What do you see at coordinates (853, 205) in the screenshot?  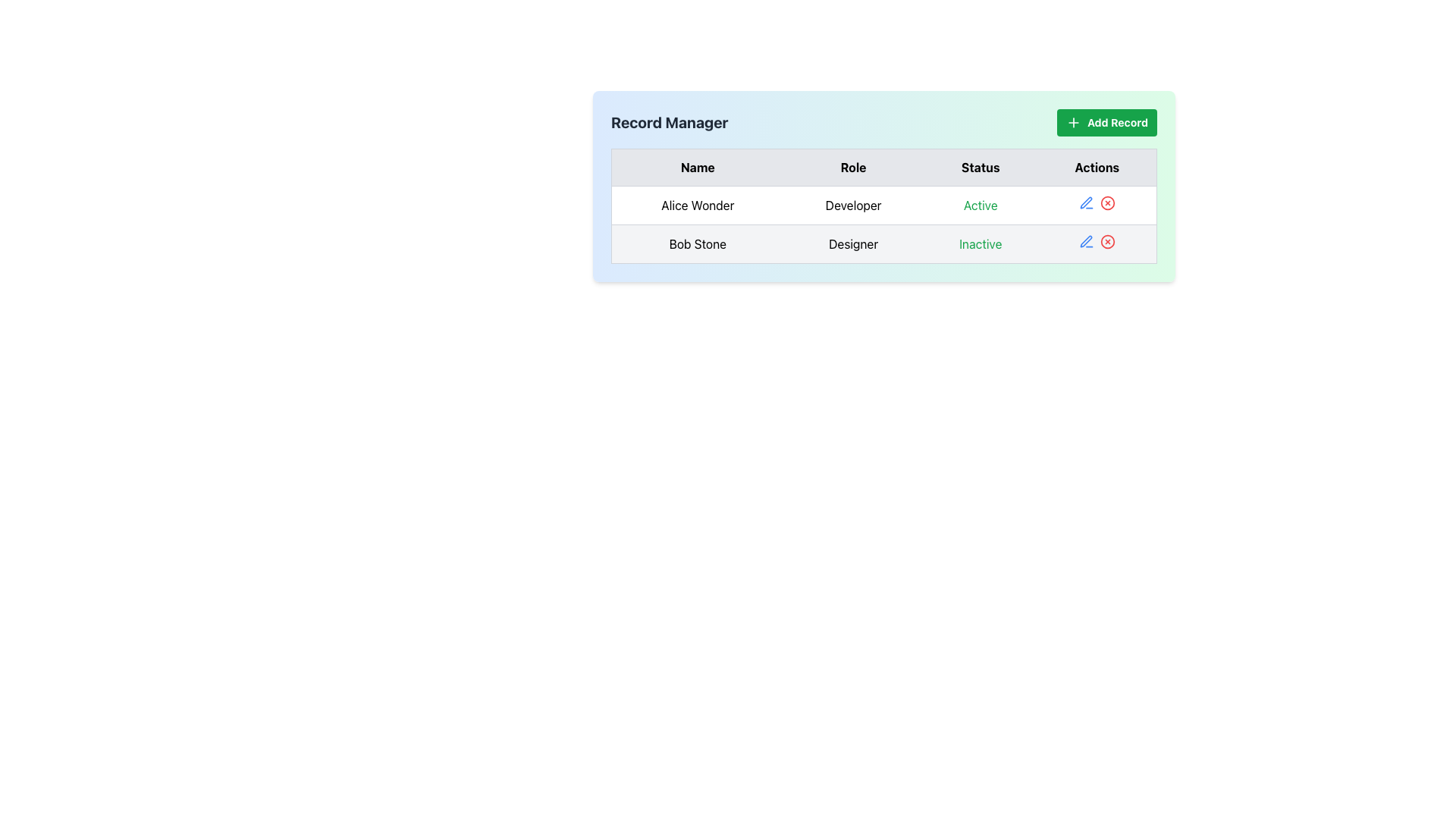 I see `the 'Developer' label, which is the second cell in the first data row of the 'Role' column in the 'Record Manager' table` at bounding box center [853, 205].